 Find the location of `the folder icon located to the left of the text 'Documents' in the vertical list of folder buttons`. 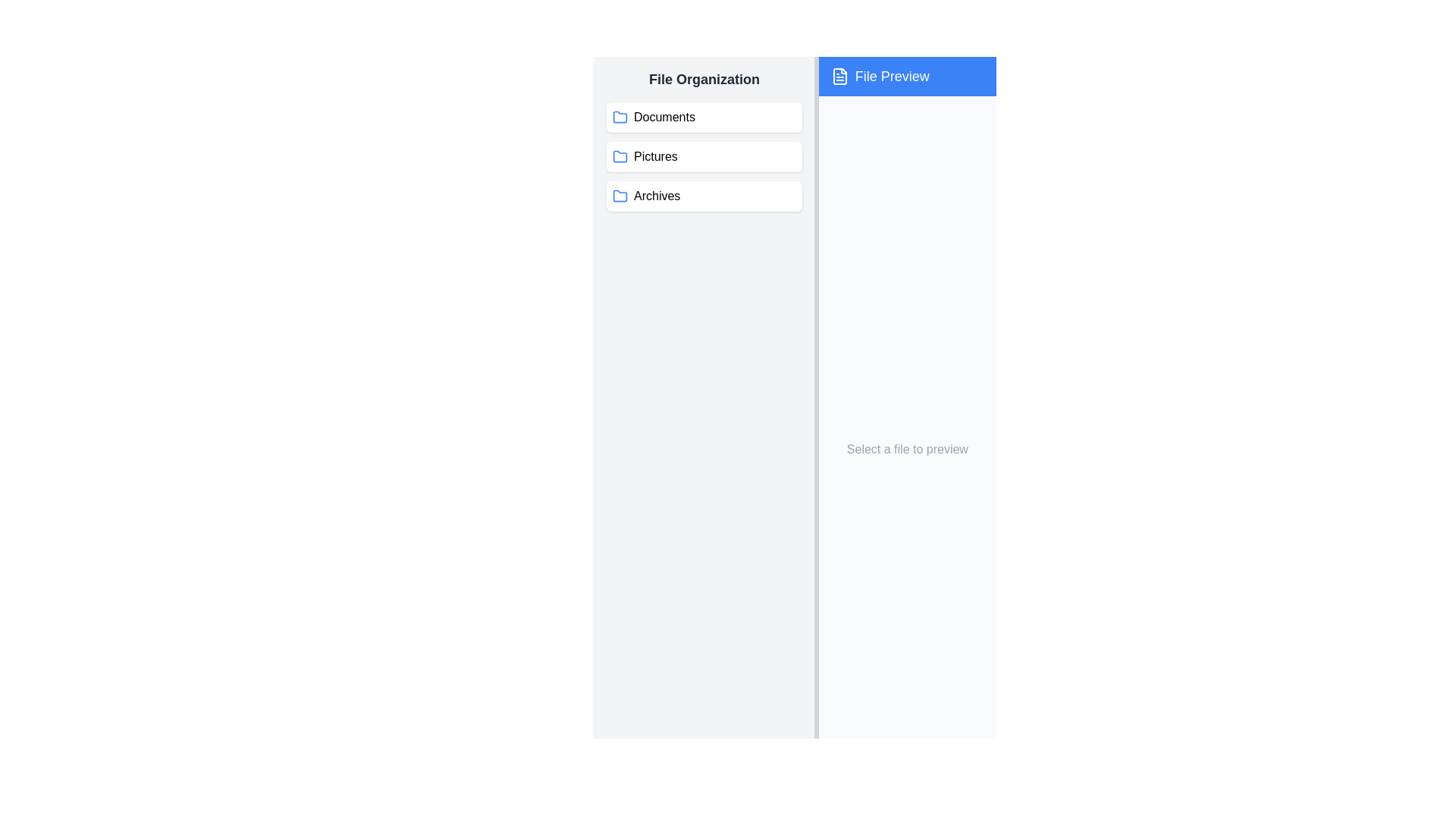

the folder icon located to the left of the text 'Documents' in the vertical list of folder buttons is located at coordinates (620, 116).